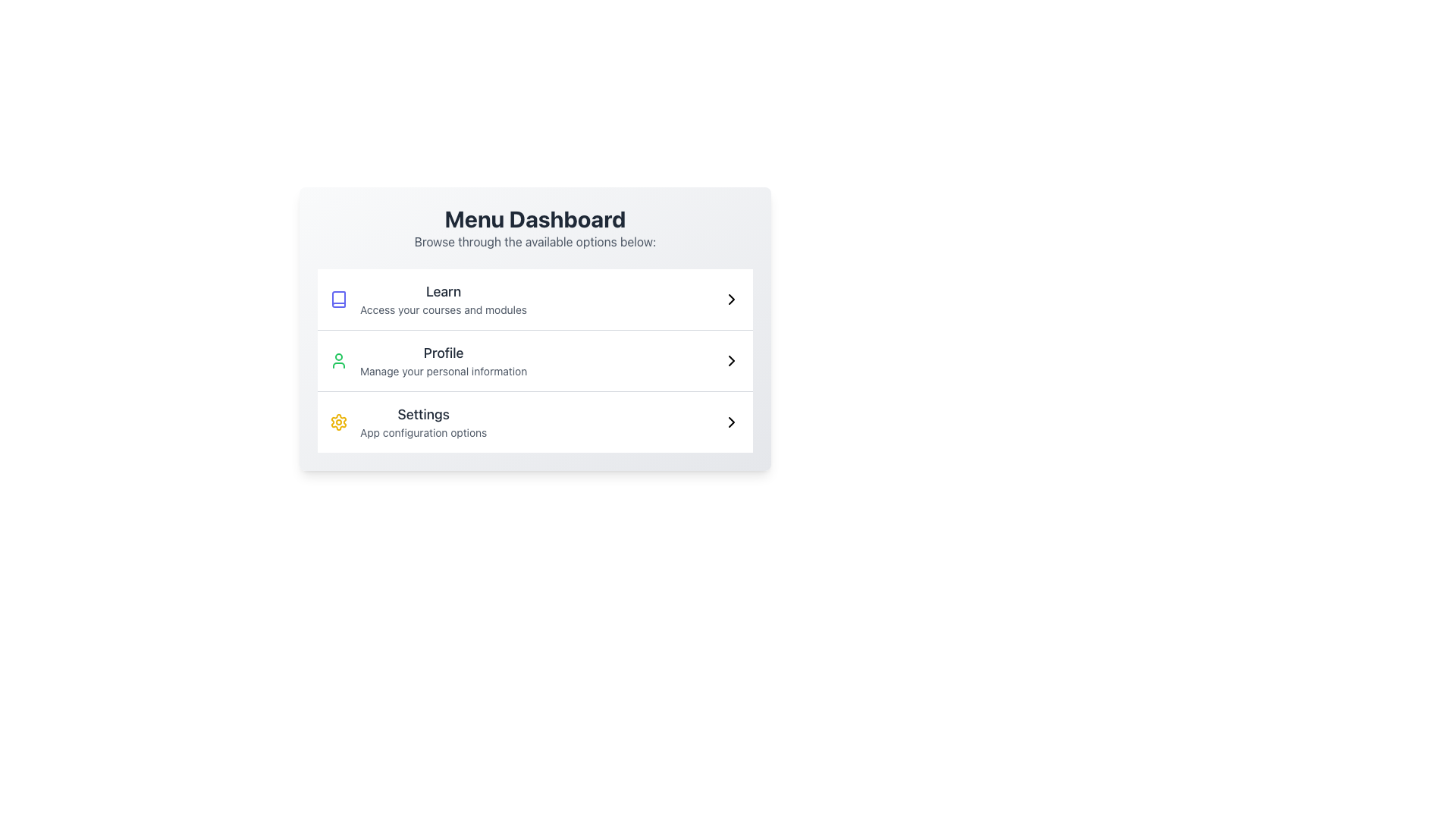  What do you see at coordinates (731, 299) in the screenshot?
I see `the right-pointing arrow icon in the 'Learn' row of the menu list, which indicates navigation or selection functionality` at bounding box center [731, 299].